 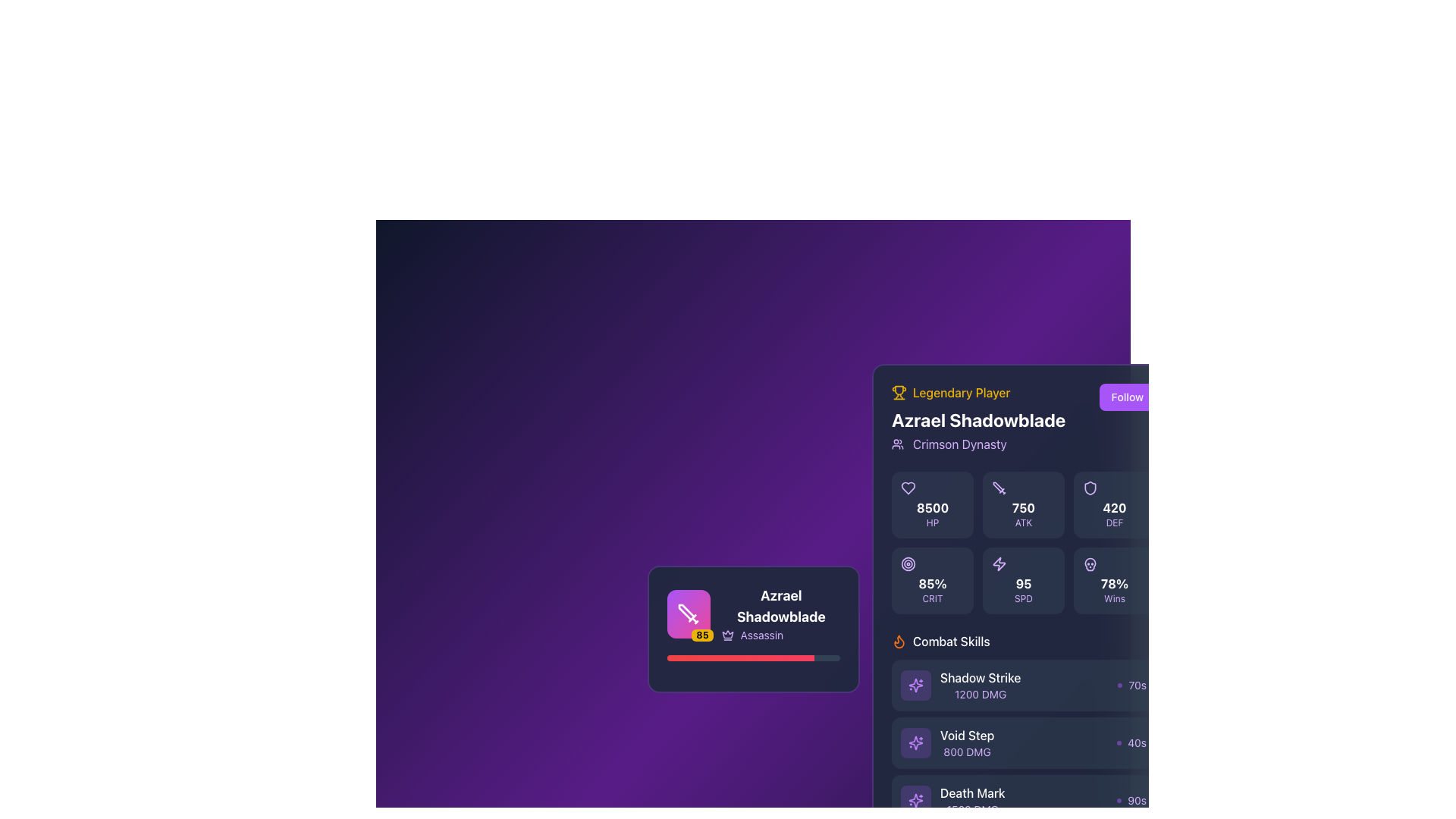 What do you see at coordinates (972, 792) in the screenshot?
I see `text label displaying 'Death Mark' with the value '1500 DMG' in the Combat Skills section of the right-side panel` at bounding box center [972, 792].